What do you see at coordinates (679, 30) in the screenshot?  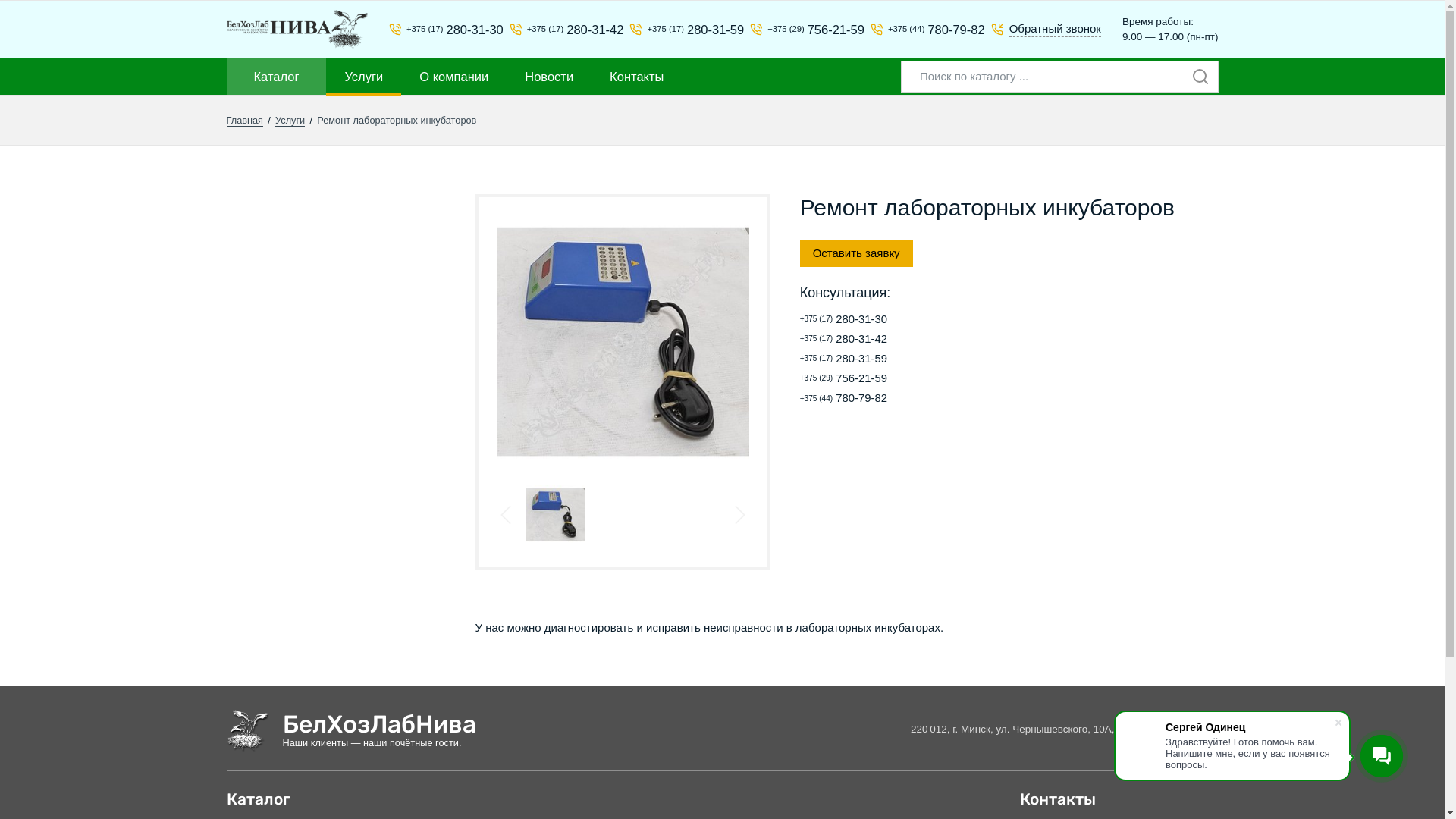 I see `'+375 (17)` at bounding box center [679, 30].